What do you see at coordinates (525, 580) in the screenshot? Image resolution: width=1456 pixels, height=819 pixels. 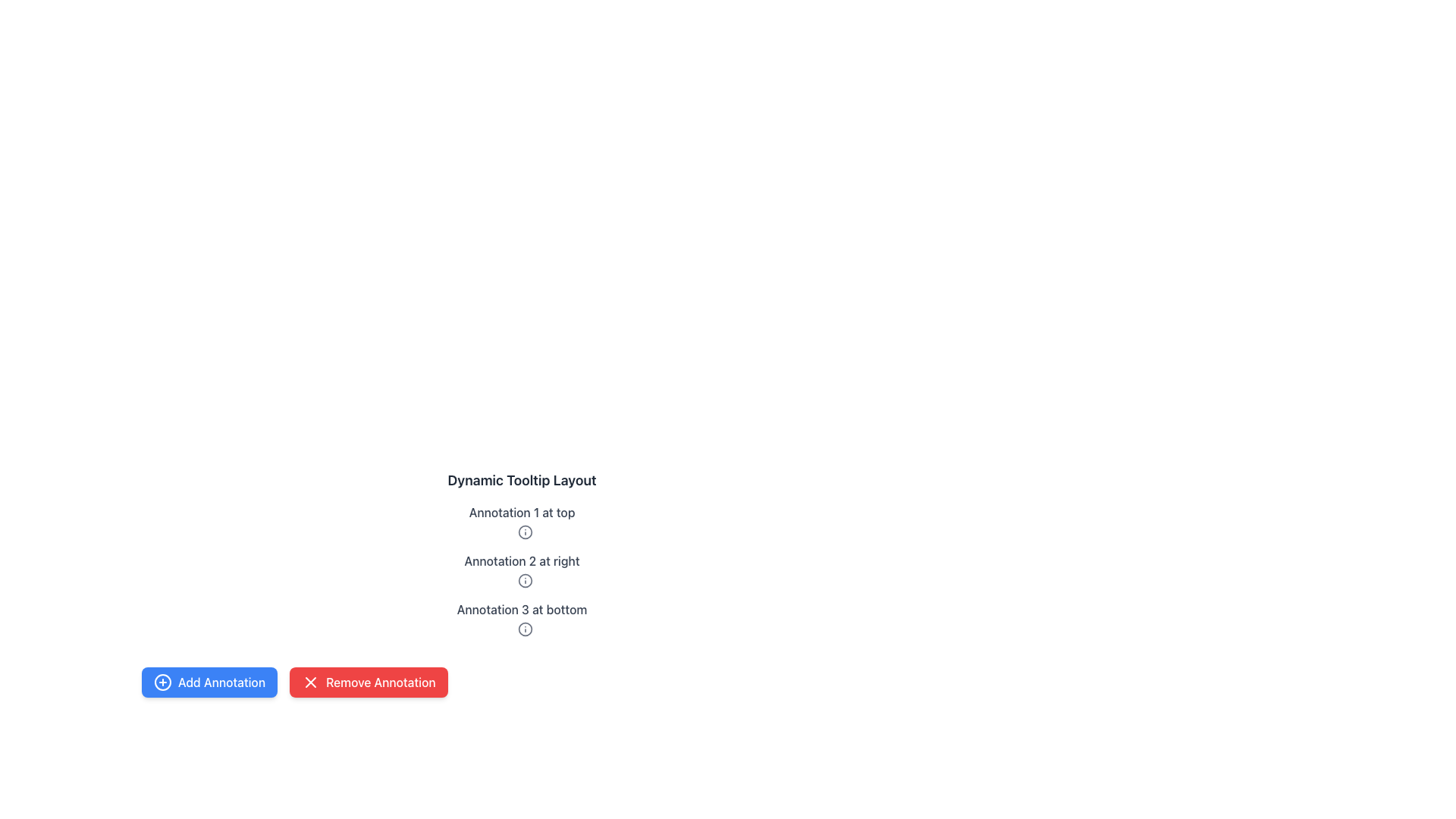 I see `the small circular information icon (SVG) located within the 'Annotation 2 at right' block` at bounding box center [525, 580].